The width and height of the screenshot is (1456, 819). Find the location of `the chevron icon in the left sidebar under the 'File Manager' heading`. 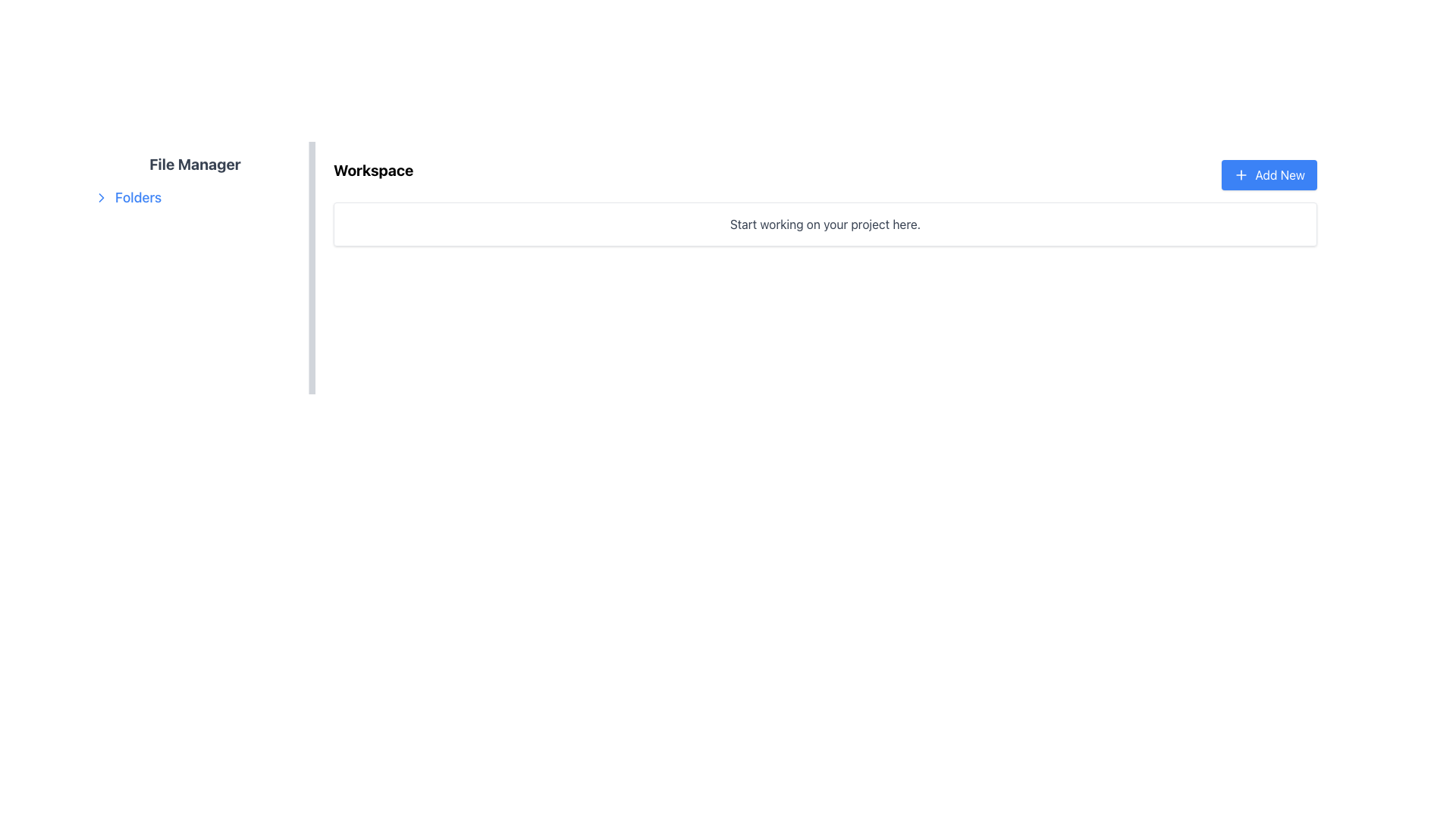

the chevron icon in the left sidebar under the 'File Manager' heading is located at coordinates (101, 197).